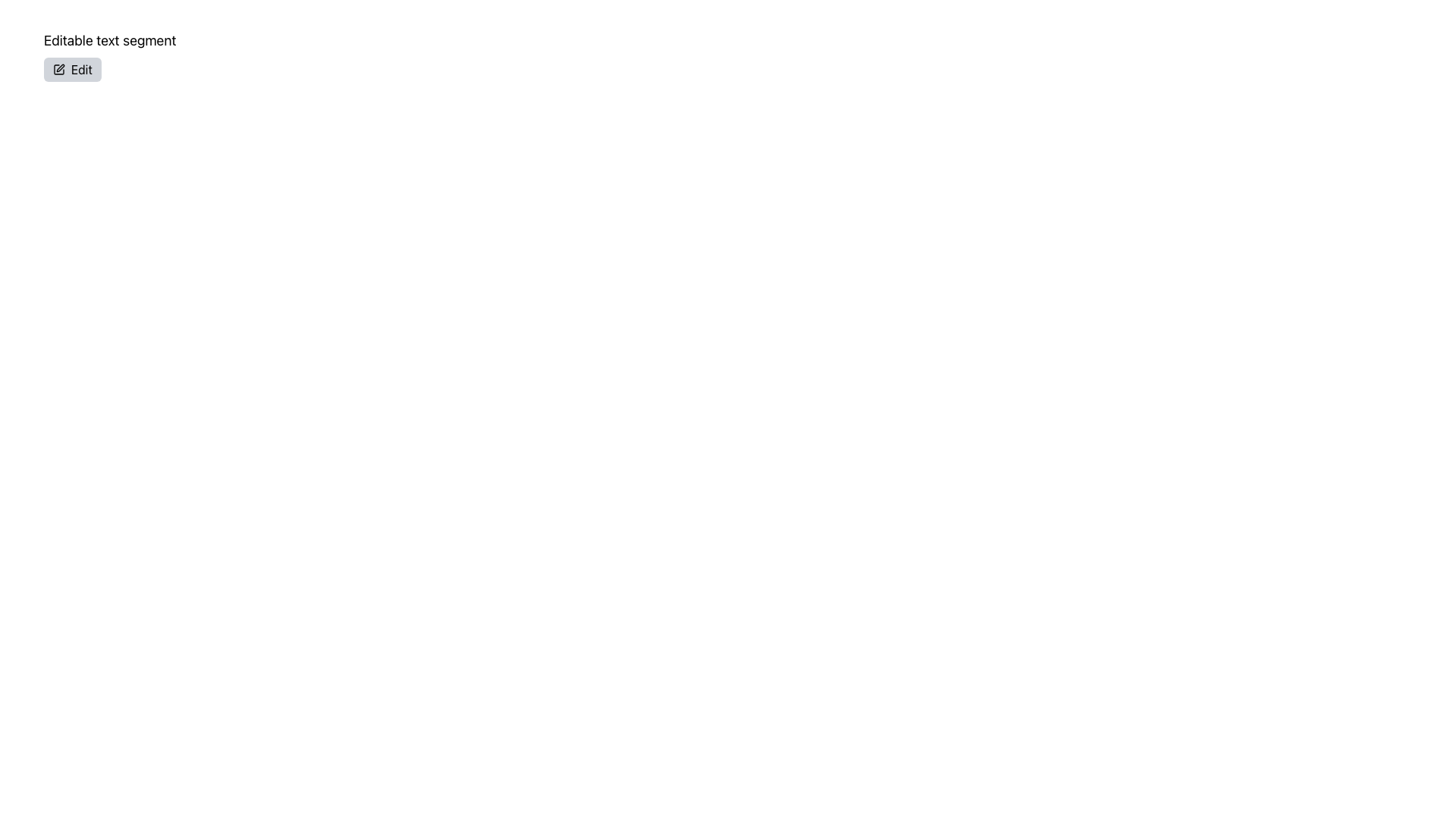 Image resolution: width=1456 pixels, height=819 pixels. What do you see at coordinates (58, 70) in the screenshot?
I see `the small pen icon with a black outline located to the left of the 'Edit' button, positioned below the 'Editable text segment'` at bounding box center [58, 70].